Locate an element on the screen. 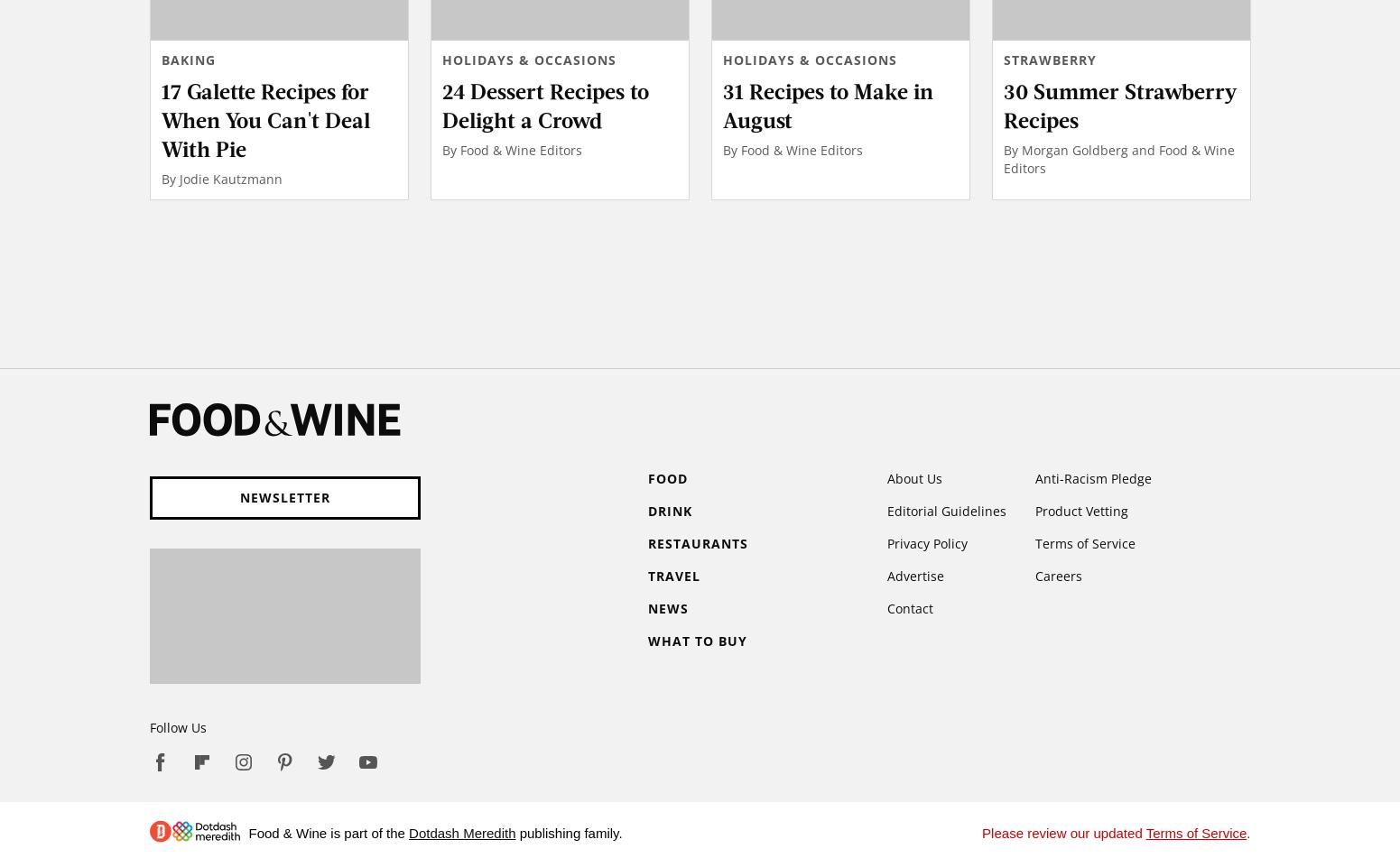  'News' is located at coordinates (666, 607).